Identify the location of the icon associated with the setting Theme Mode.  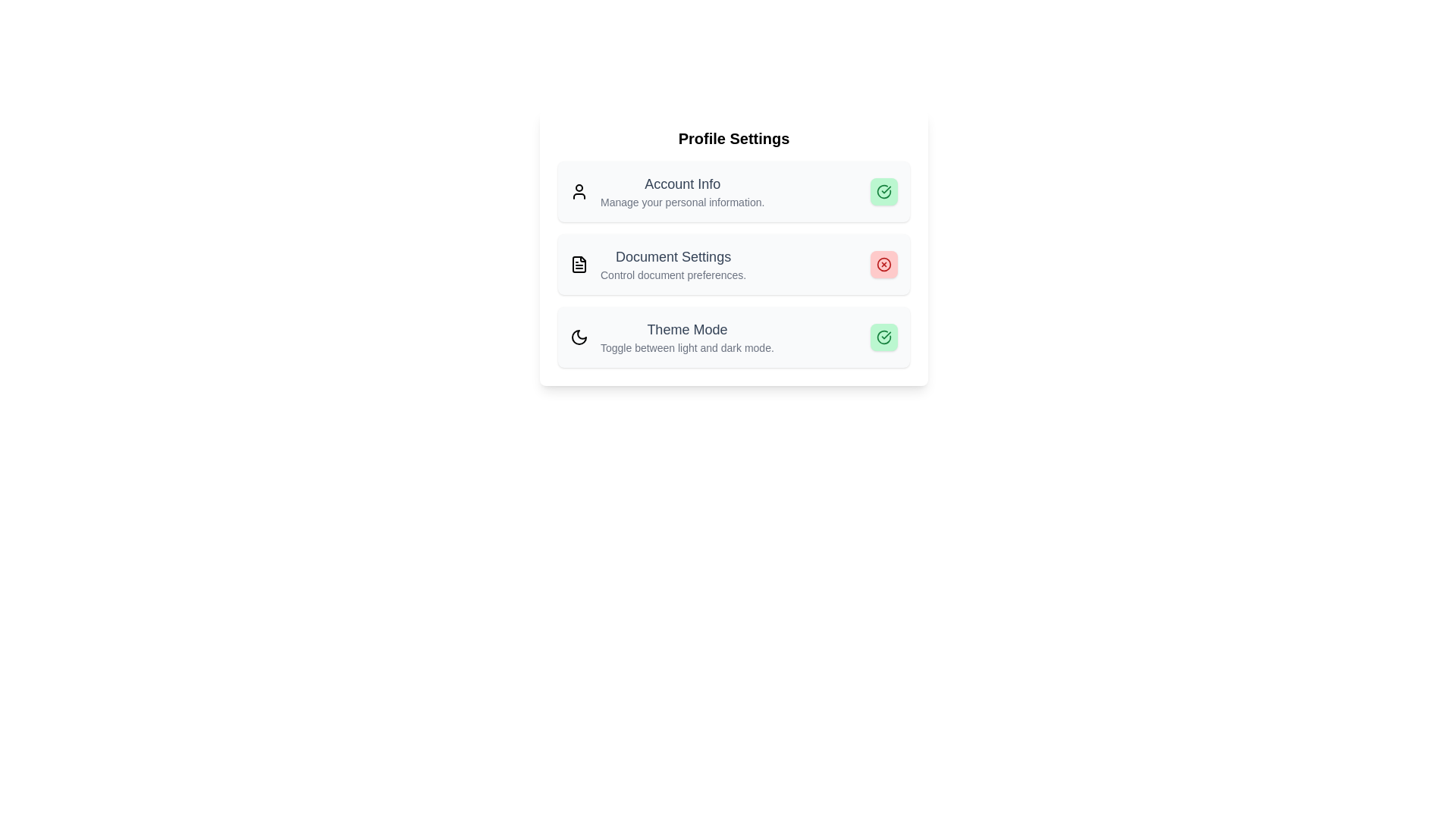
(578, 336).